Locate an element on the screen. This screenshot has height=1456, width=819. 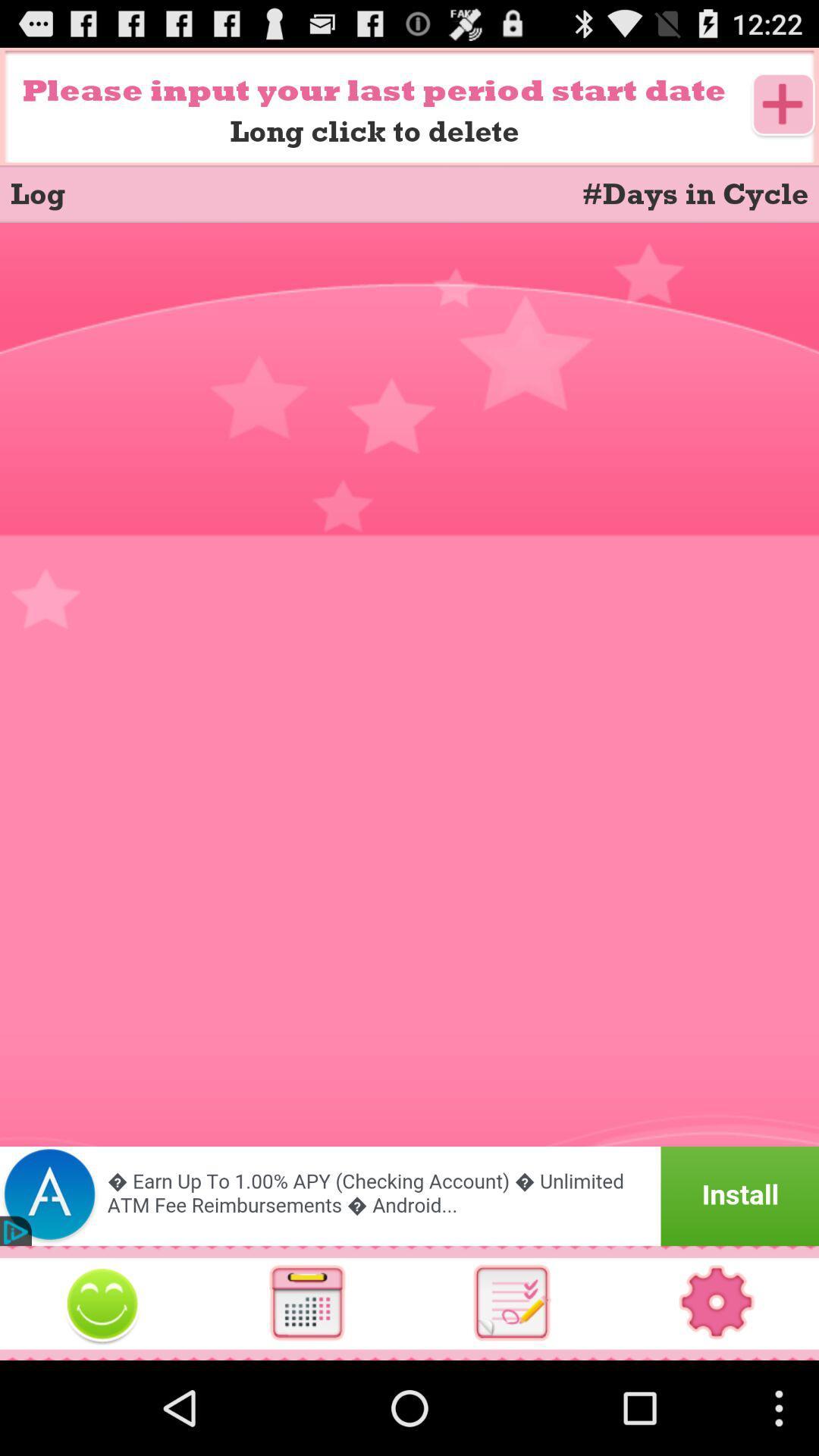
the add icon is located at coordinates (783, 113).